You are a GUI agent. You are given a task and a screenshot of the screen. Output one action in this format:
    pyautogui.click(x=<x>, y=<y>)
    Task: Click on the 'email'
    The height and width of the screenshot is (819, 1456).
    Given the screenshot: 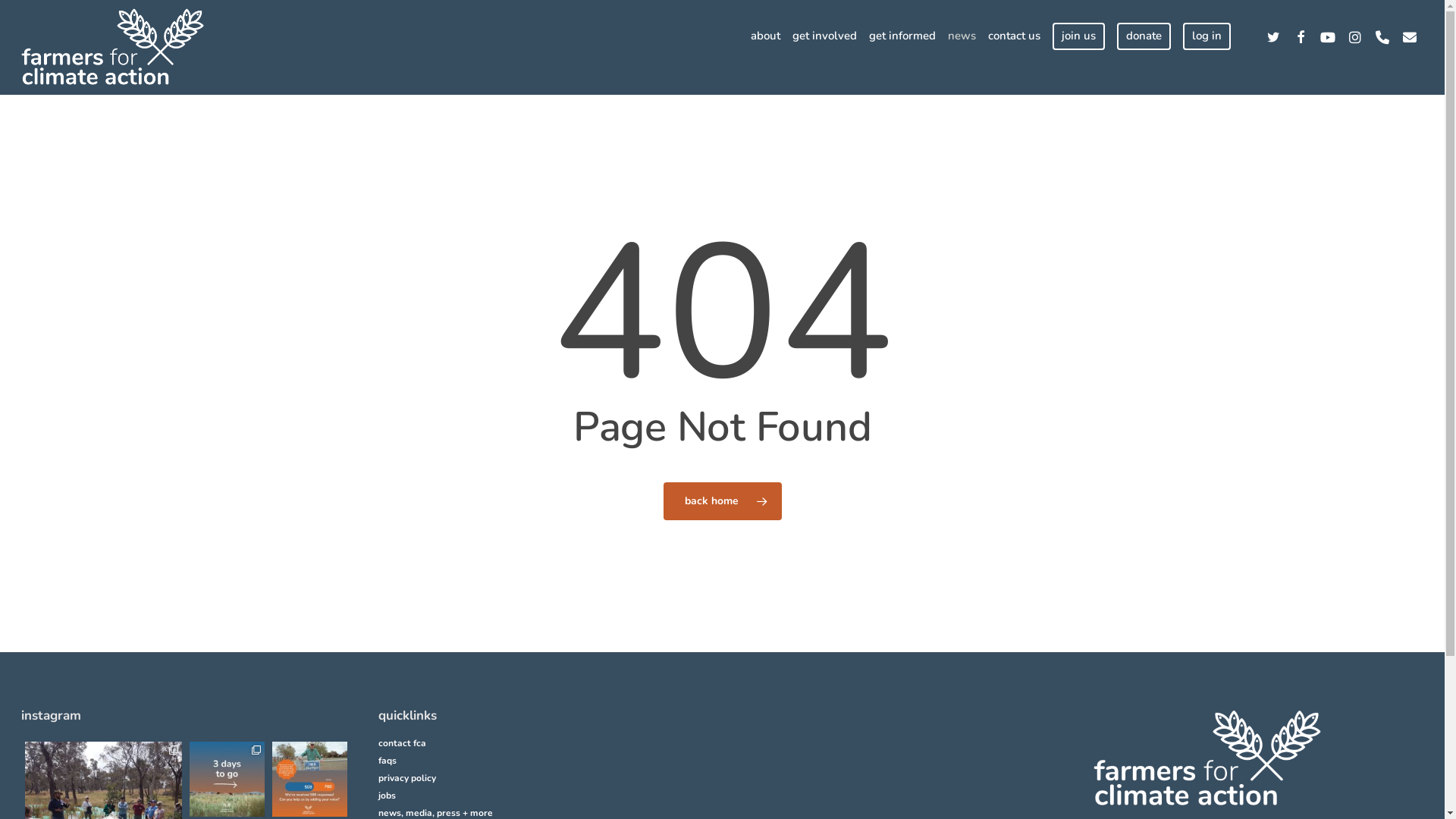 What is the action you would take?
    pyautogui.click(x=1408, y=35)
    